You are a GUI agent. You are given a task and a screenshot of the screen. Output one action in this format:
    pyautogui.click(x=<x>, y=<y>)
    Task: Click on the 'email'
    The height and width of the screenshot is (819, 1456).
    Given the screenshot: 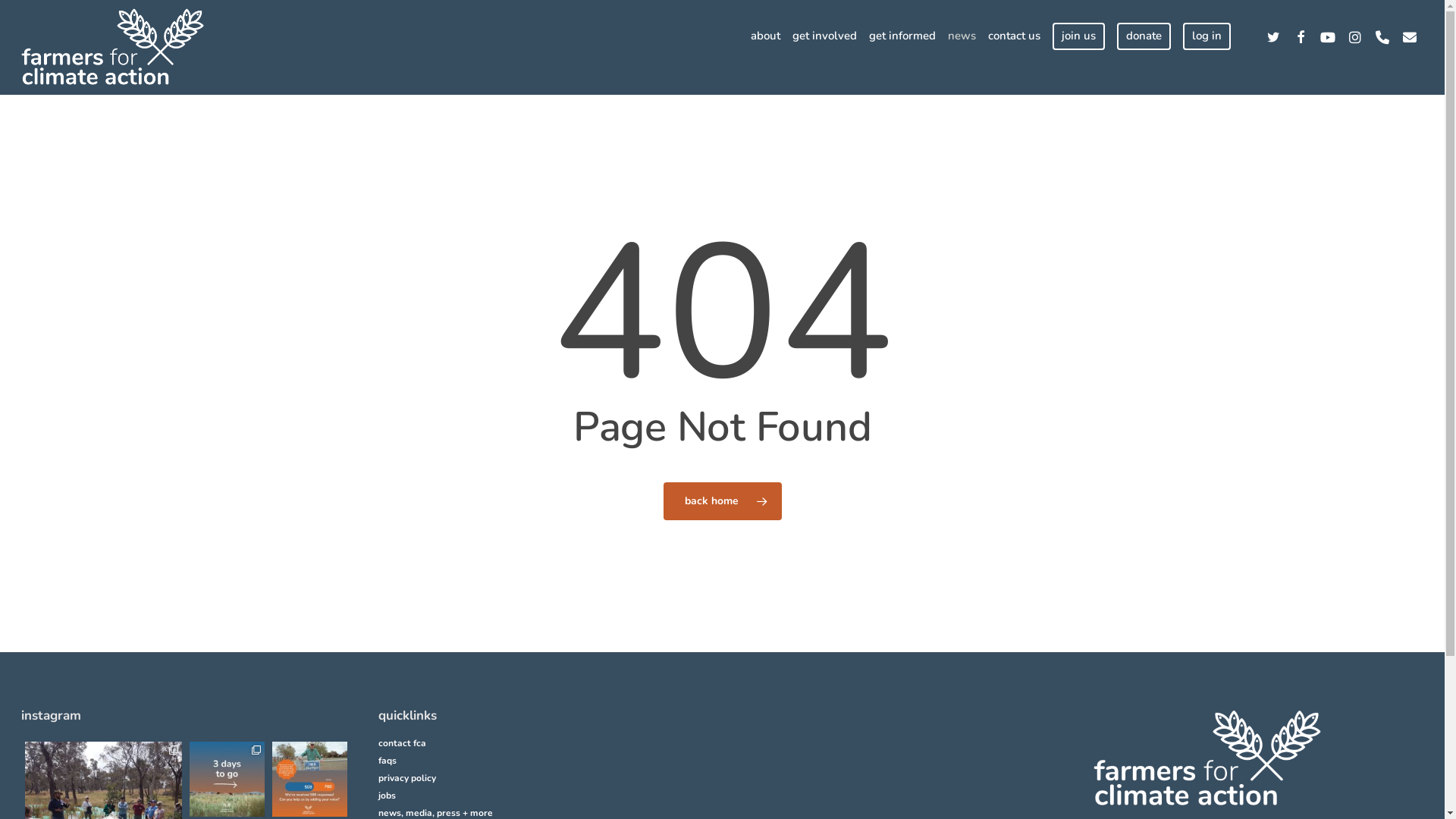 What is the action you would take?
    pyautogui.click(x=1408, y=35)
    